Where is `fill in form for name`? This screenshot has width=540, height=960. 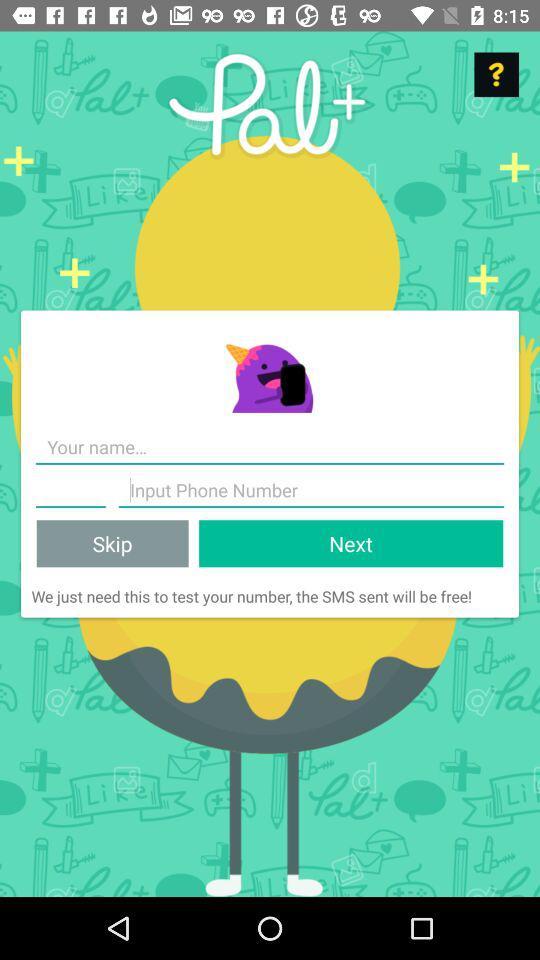 fill in form for name is located at coordinates (270, 447).